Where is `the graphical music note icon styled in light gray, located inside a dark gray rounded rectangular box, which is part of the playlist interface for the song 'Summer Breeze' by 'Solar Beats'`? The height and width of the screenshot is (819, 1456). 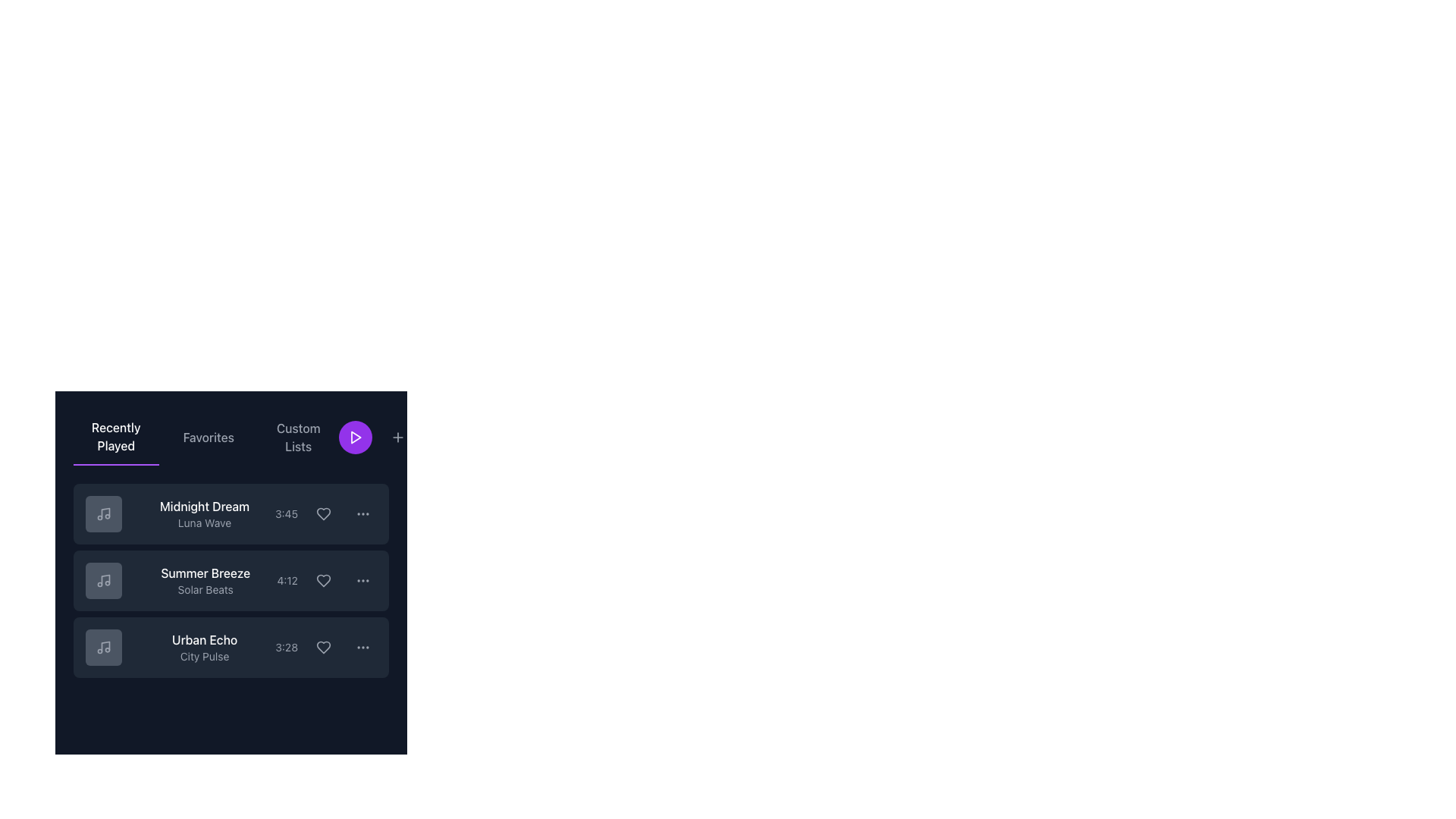
the graphical music note icon styled in light gray, located inside a dark gray rounded rectangular box, which is part of the playlist interface for the song 'Summer Breeze' by 'Solar Beats' is located at coordinates (103, 580).